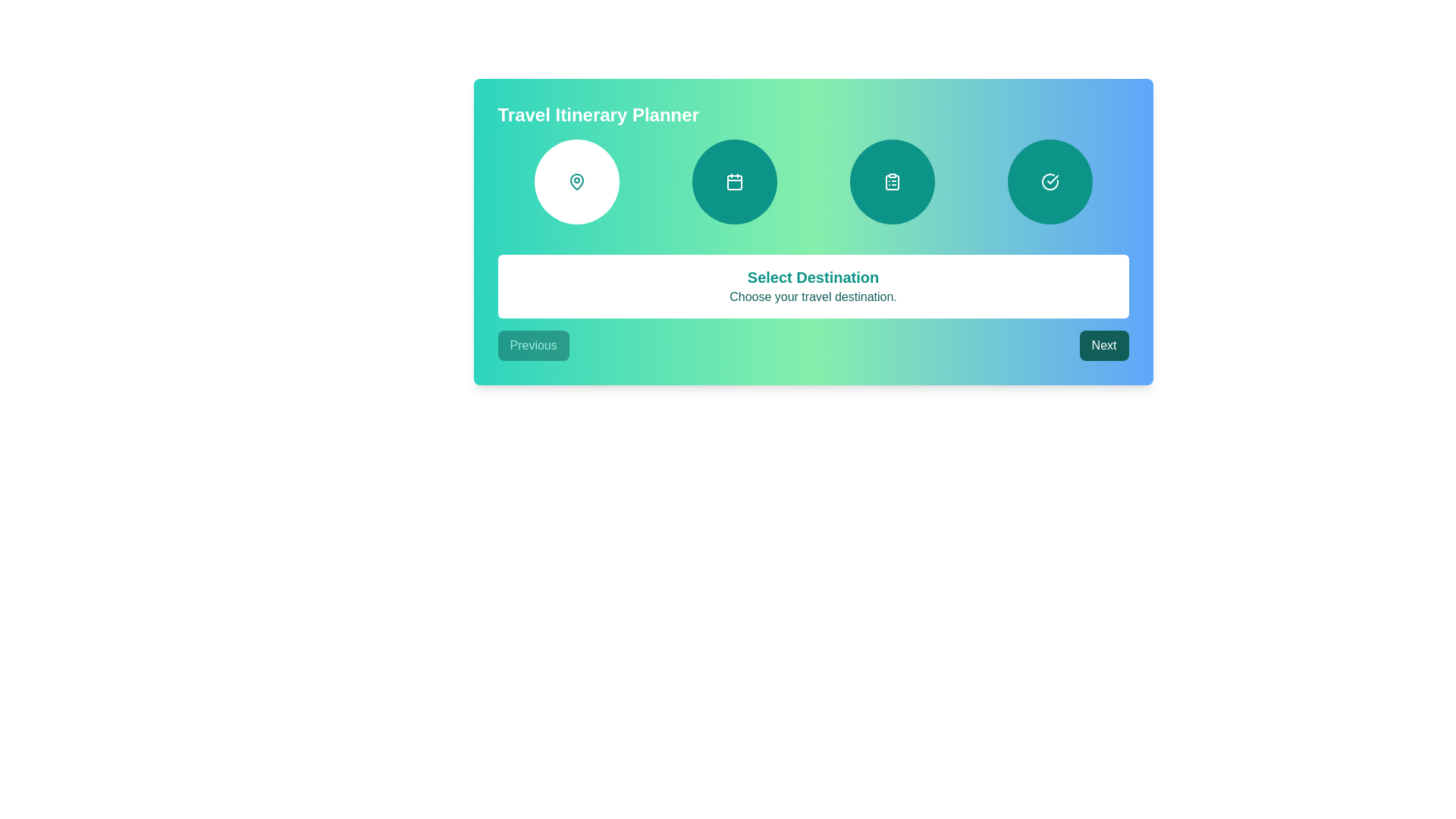 The height and width of the screenshot is (819, 1456). I want to click on the static text element that reads 'Choose your travel destination.', which is styled in teal color and located below the heading 'Select Destination' on a white panel, so click(812, 297).